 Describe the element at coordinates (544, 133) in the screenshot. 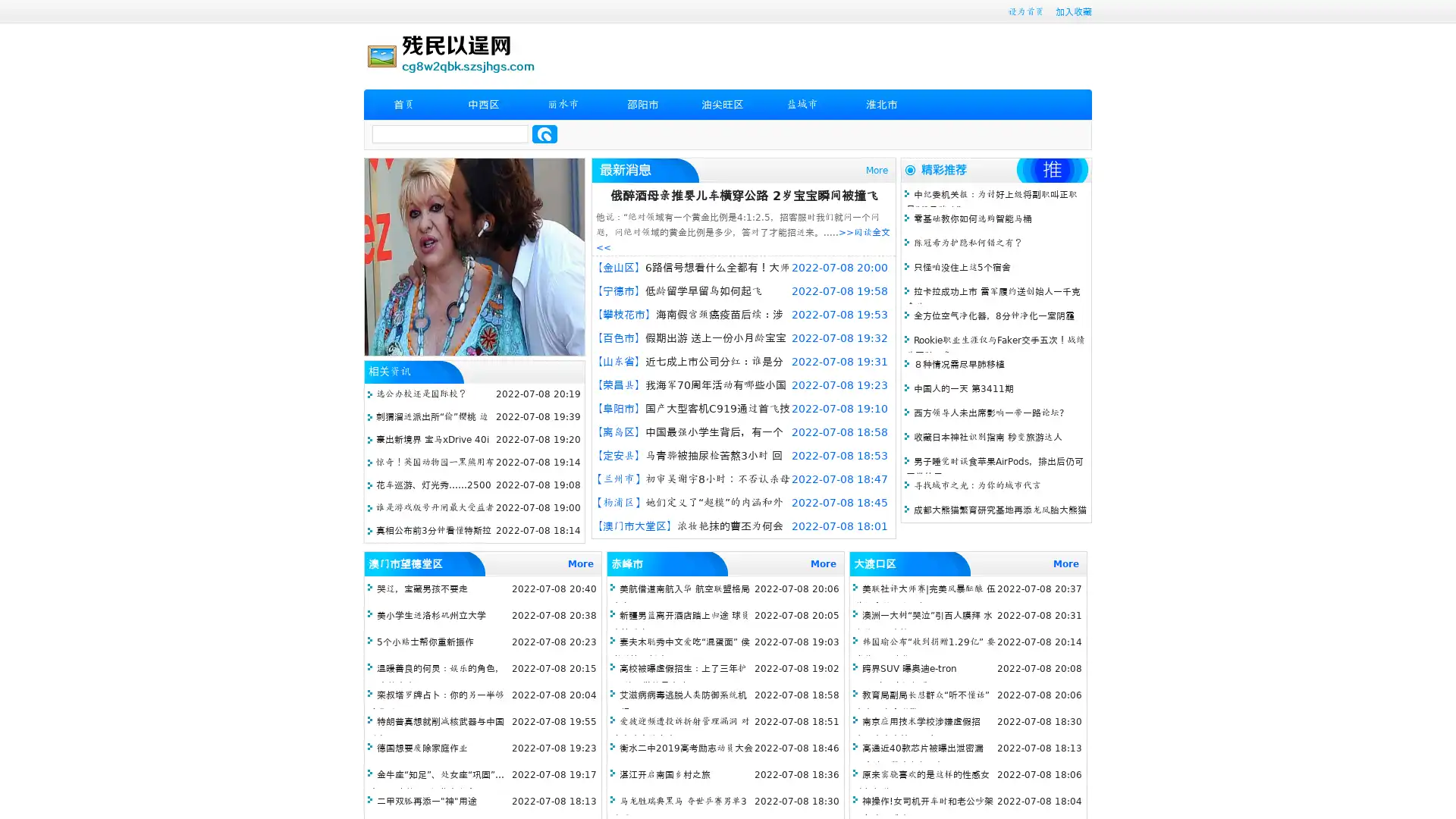

I see `Search` at that location.